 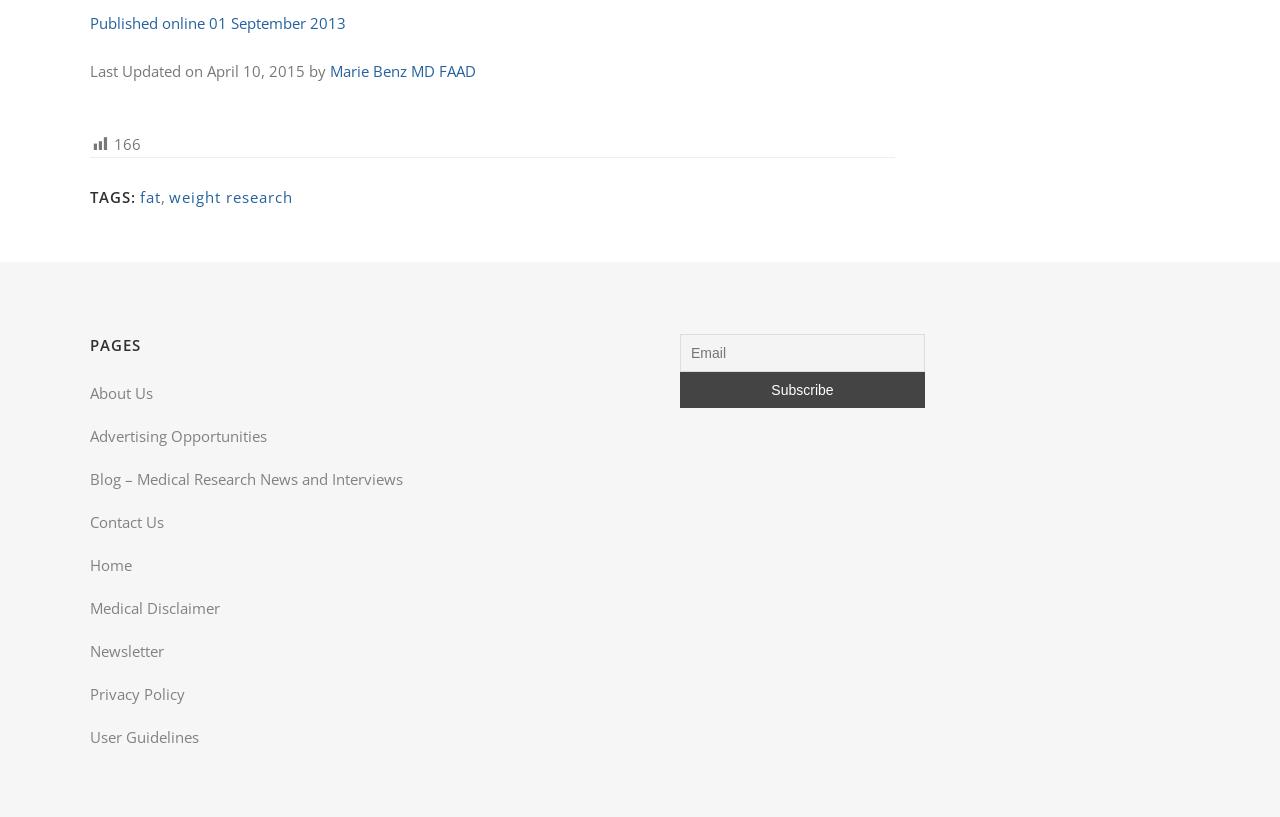 I want to click on 'weight research', so click(x=168, y=195).